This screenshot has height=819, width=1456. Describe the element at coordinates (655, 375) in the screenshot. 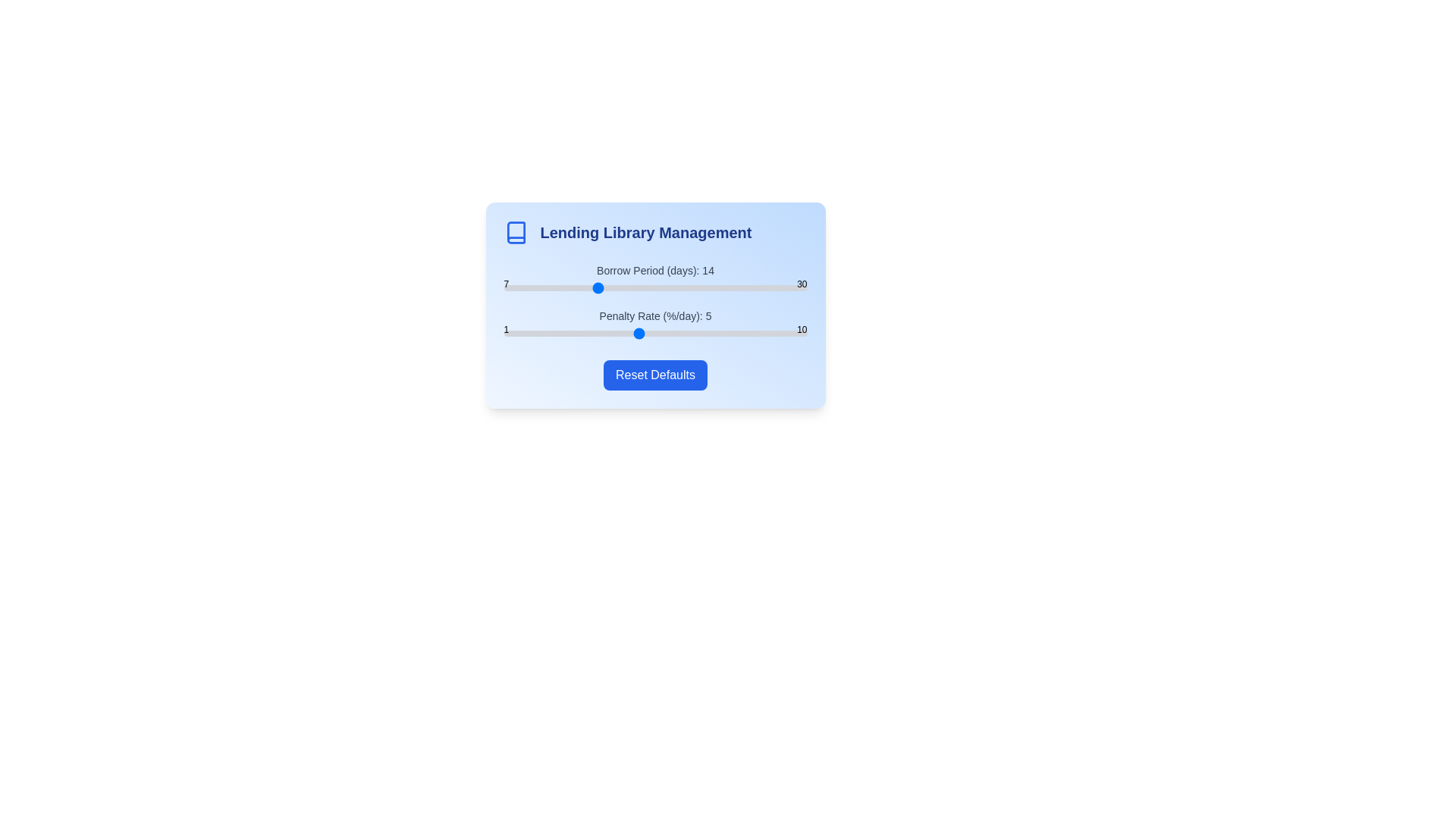

I see `'Reset Defaults' button to reset the sliders to their default values` at that location.